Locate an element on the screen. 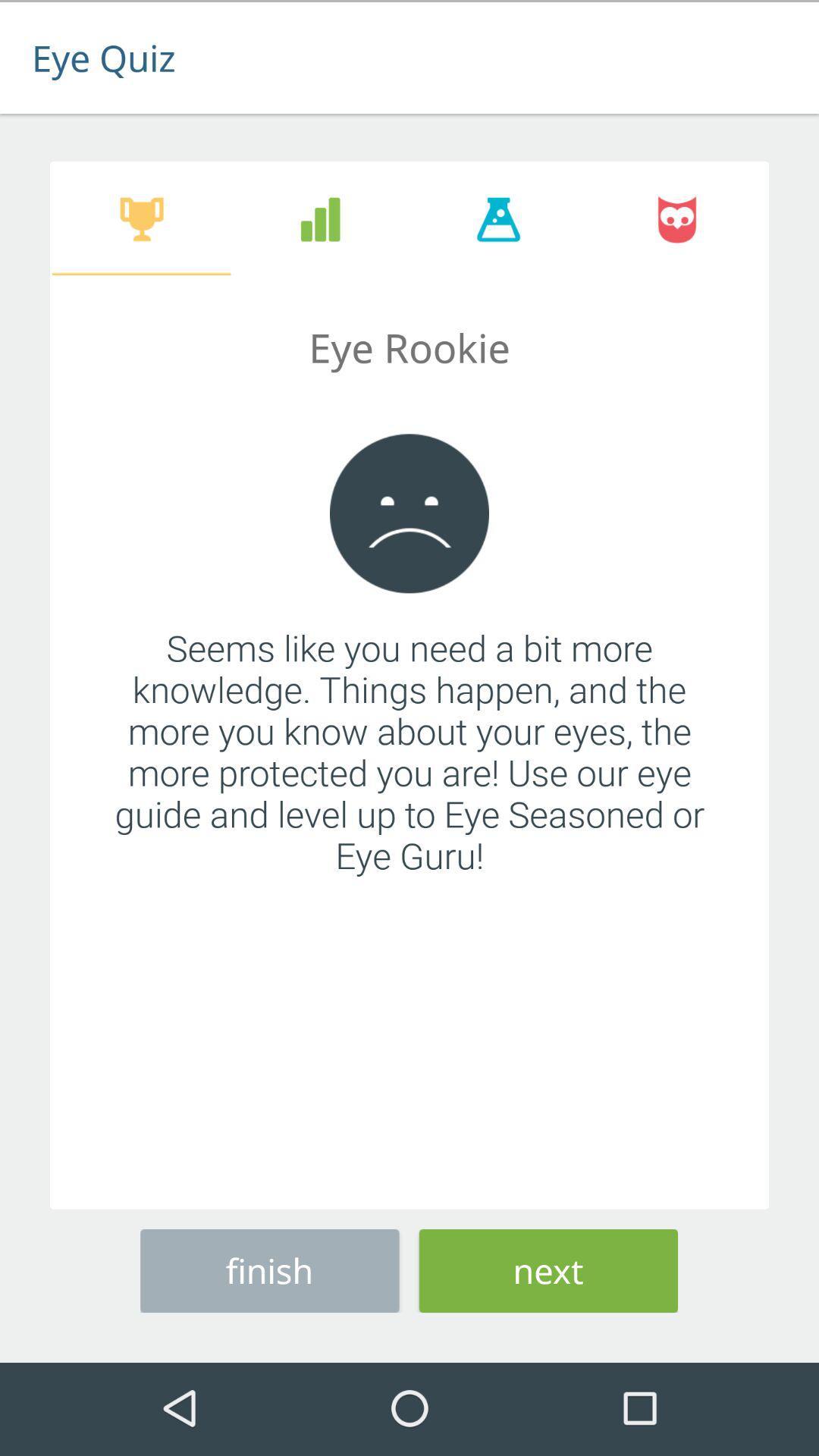  button next to next icon is located at coordinates (268, 1268).